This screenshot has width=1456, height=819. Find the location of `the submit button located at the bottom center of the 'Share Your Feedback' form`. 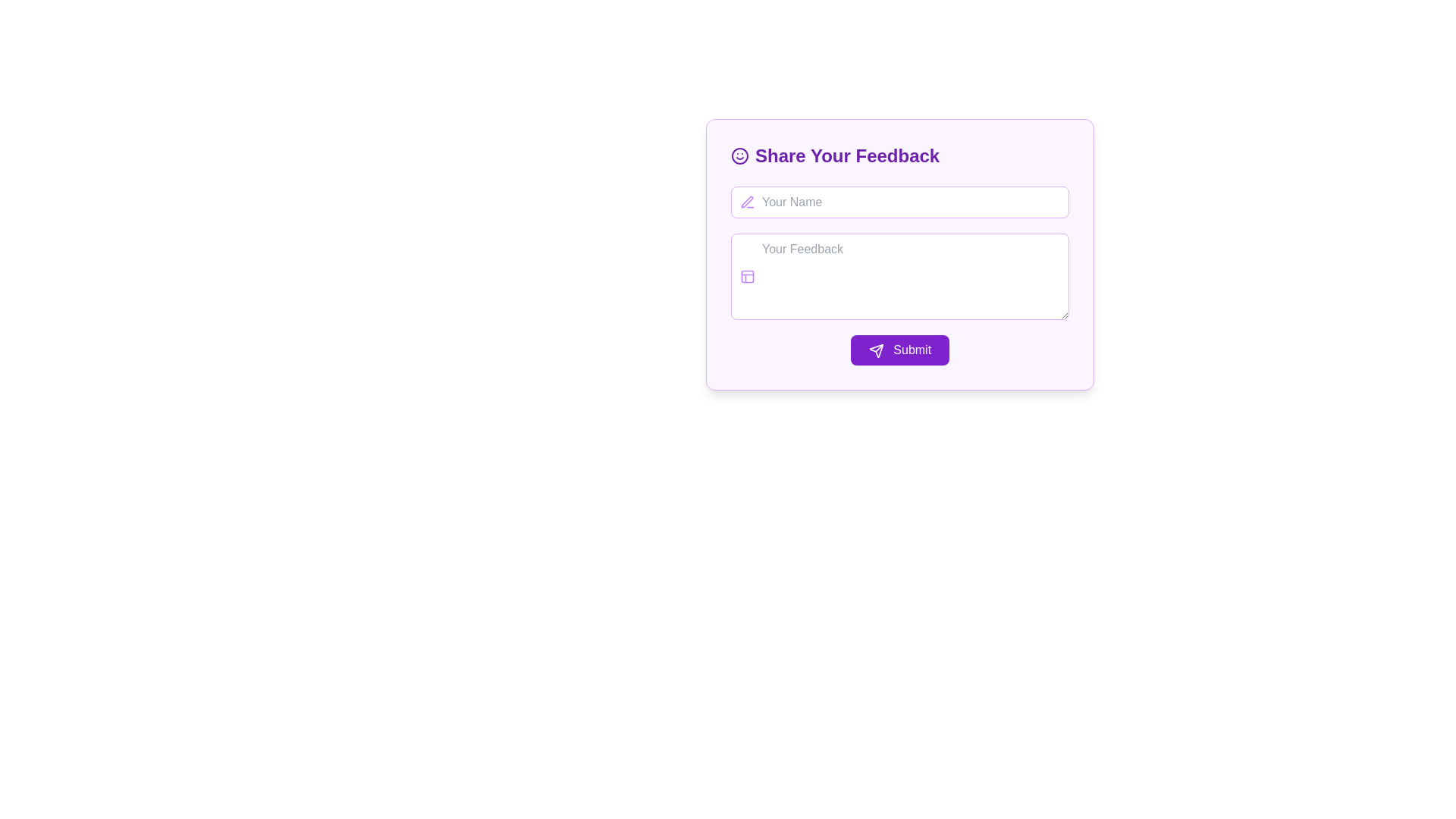

the submit button located at the bottom center of the 'Share Your Feedback' form is located at coordinates (899, 350).